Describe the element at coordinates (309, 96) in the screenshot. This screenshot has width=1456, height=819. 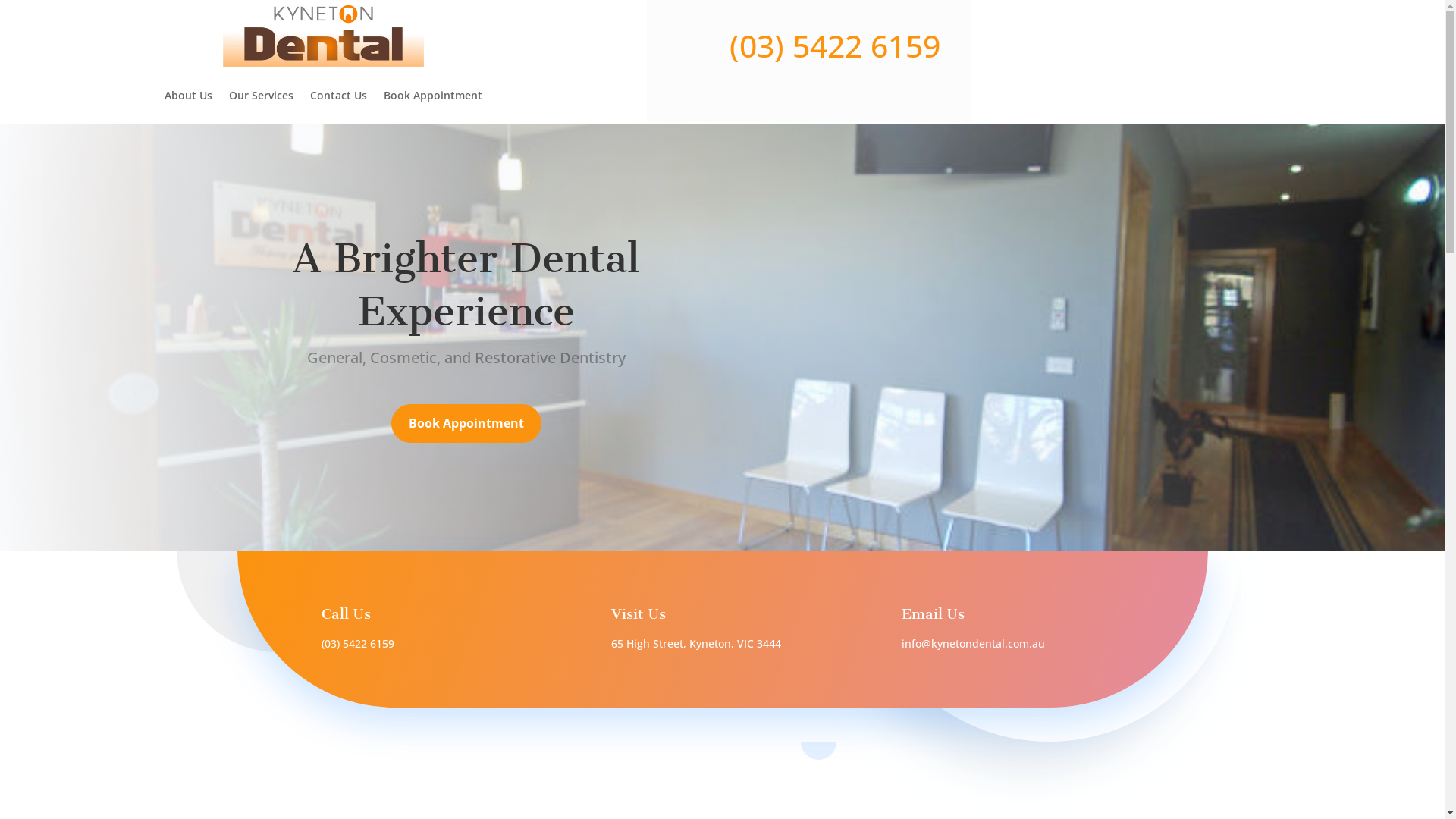
I see `'Contact Us'` at that location.